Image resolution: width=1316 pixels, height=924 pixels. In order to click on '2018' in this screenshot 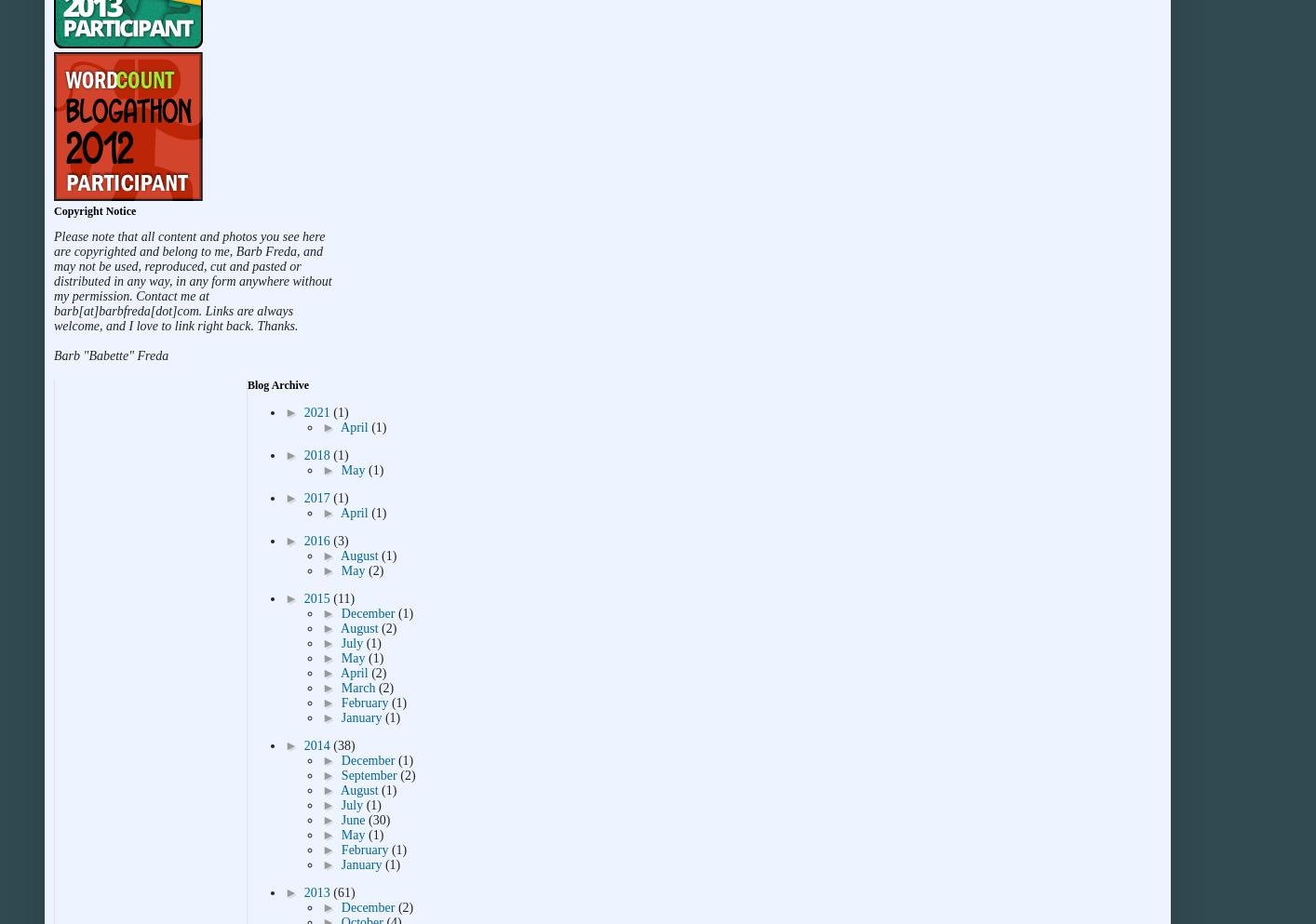, I will do `click(317, 454)`.